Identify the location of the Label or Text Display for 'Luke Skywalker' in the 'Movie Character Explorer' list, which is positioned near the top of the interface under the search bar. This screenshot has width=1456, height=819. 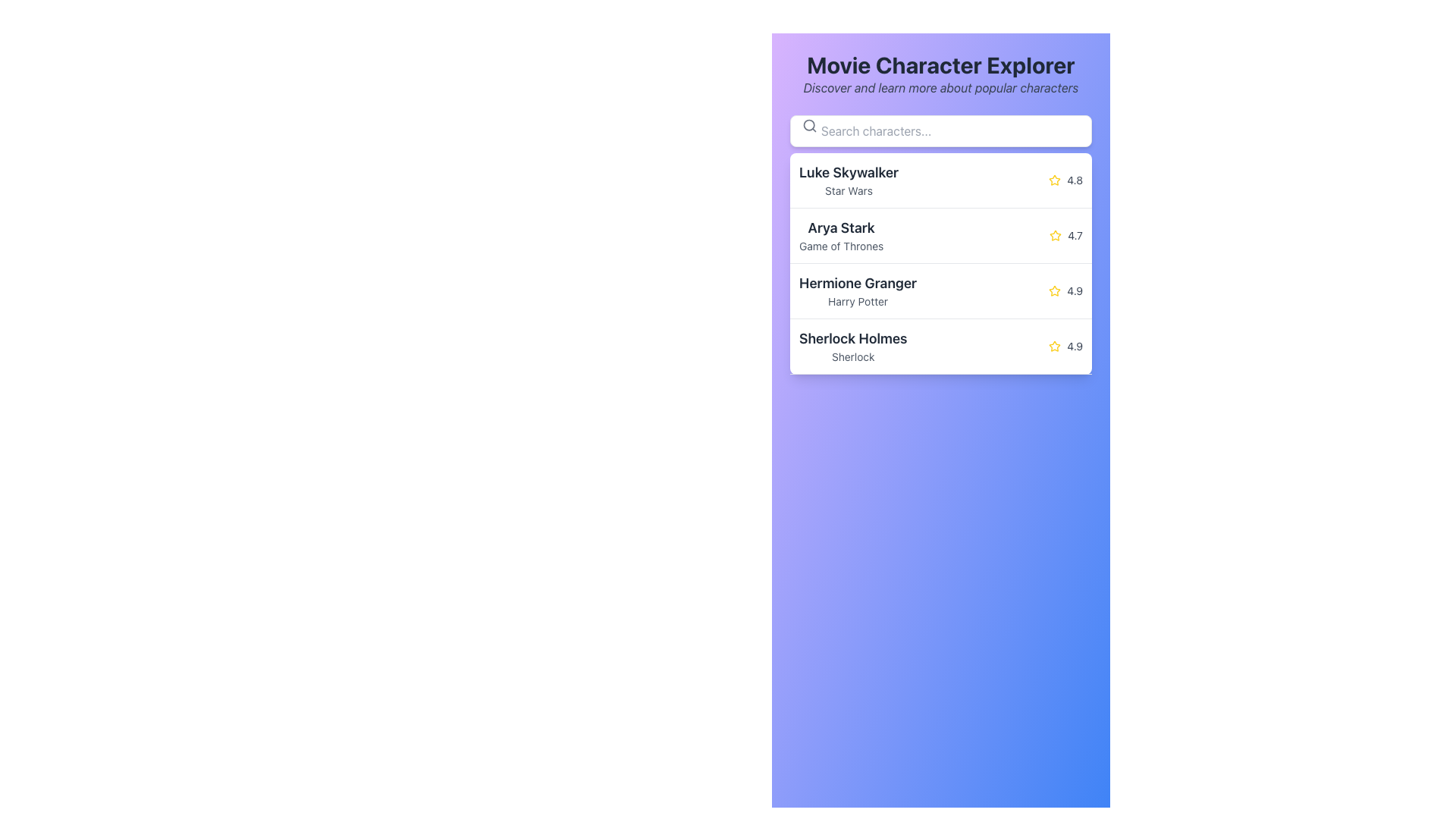
(848, 180).